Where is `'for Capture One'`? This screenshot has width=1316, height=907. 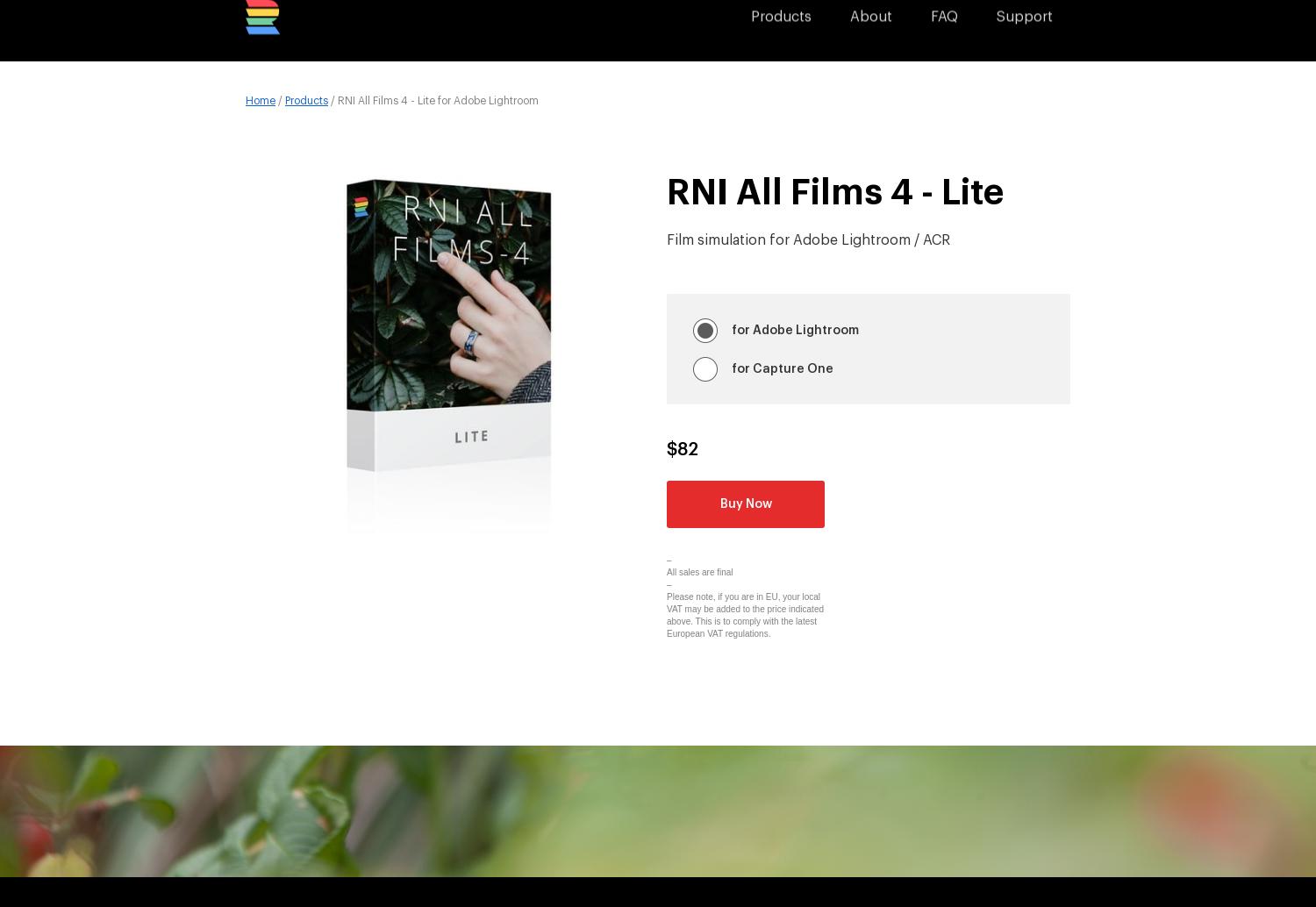
'for Capture One' is located at coordinates (783, 368).